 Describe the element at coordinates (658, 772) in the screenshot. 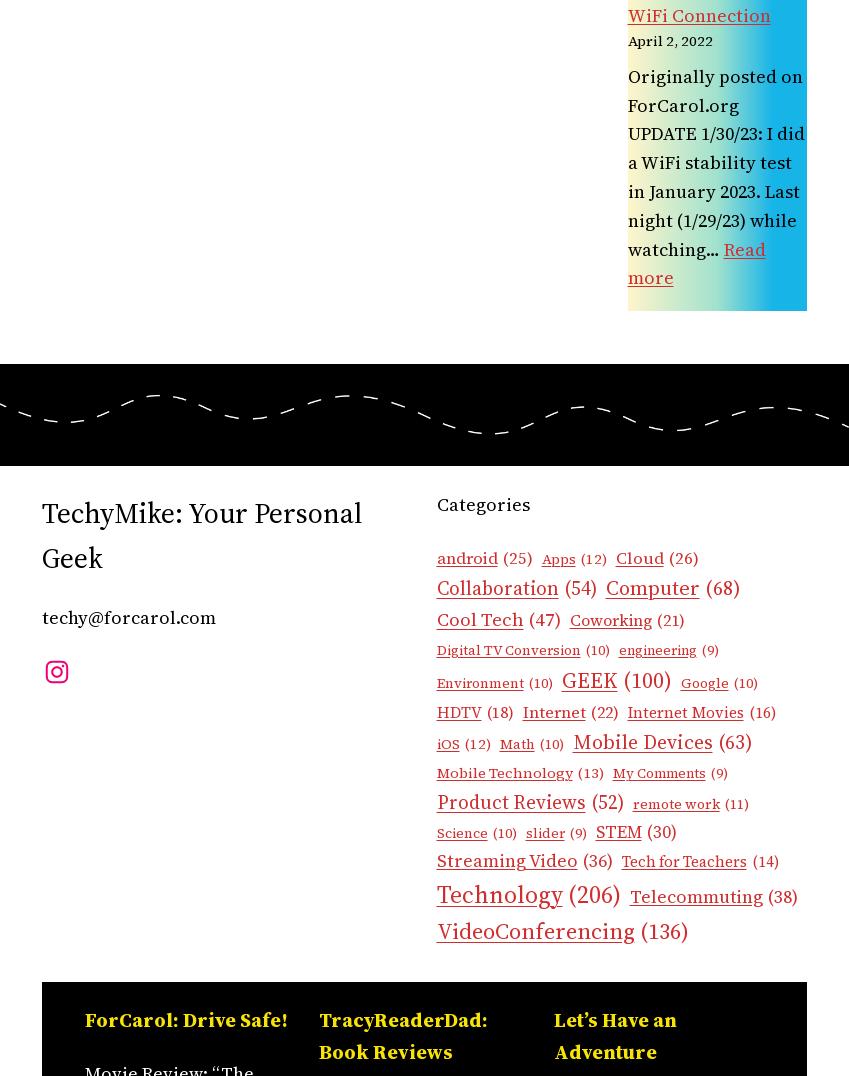

I see `'My Comments'` at that location.